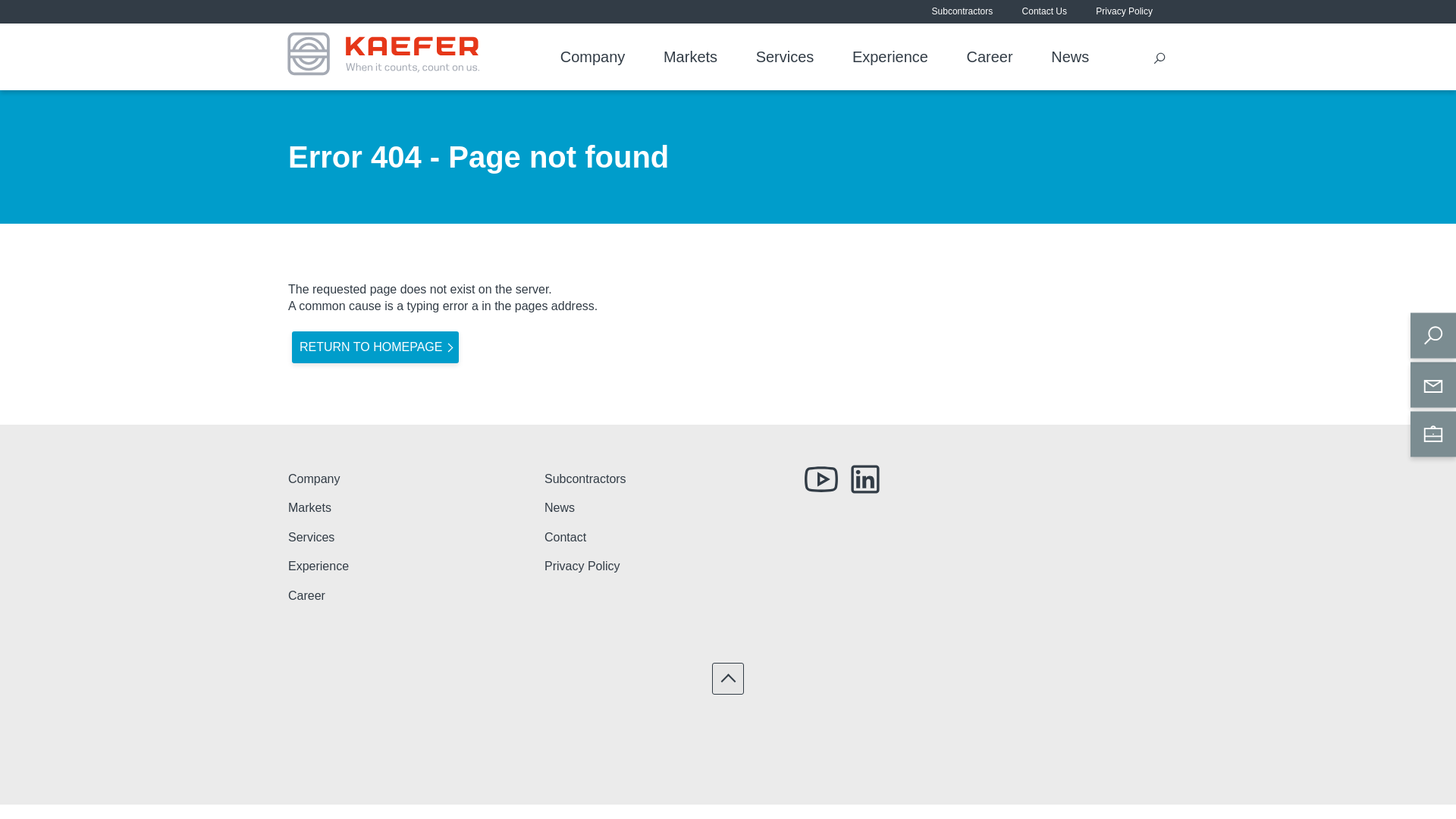 The width and height of the screenshot is (1456, 819). Describe the element at coordinates (582, 566) in the screenshot. I see `'Privacy Policy'` at that location.